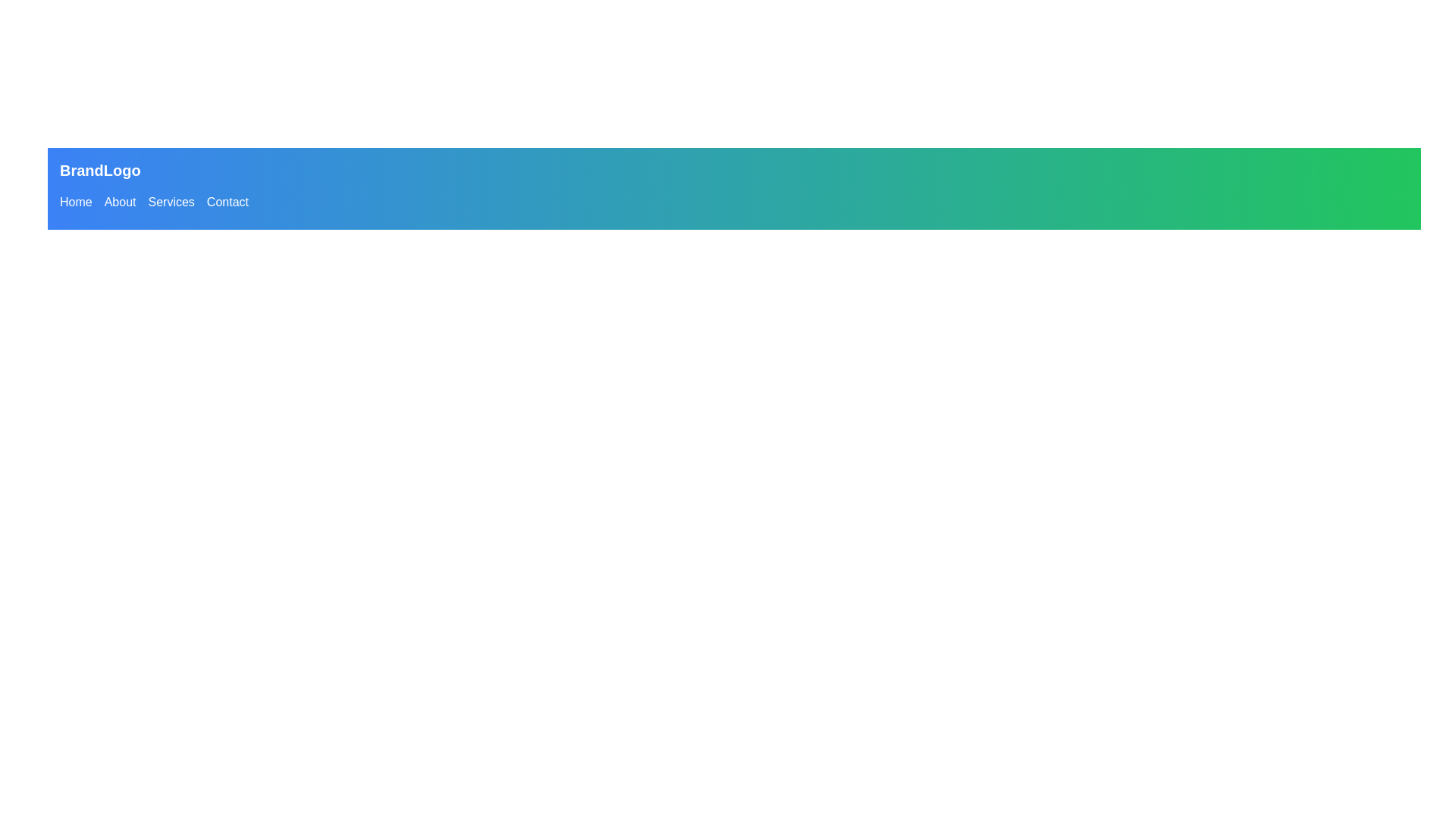  I want to click on the second navigation link in the horizontal navigation bar, so click(119, 201).